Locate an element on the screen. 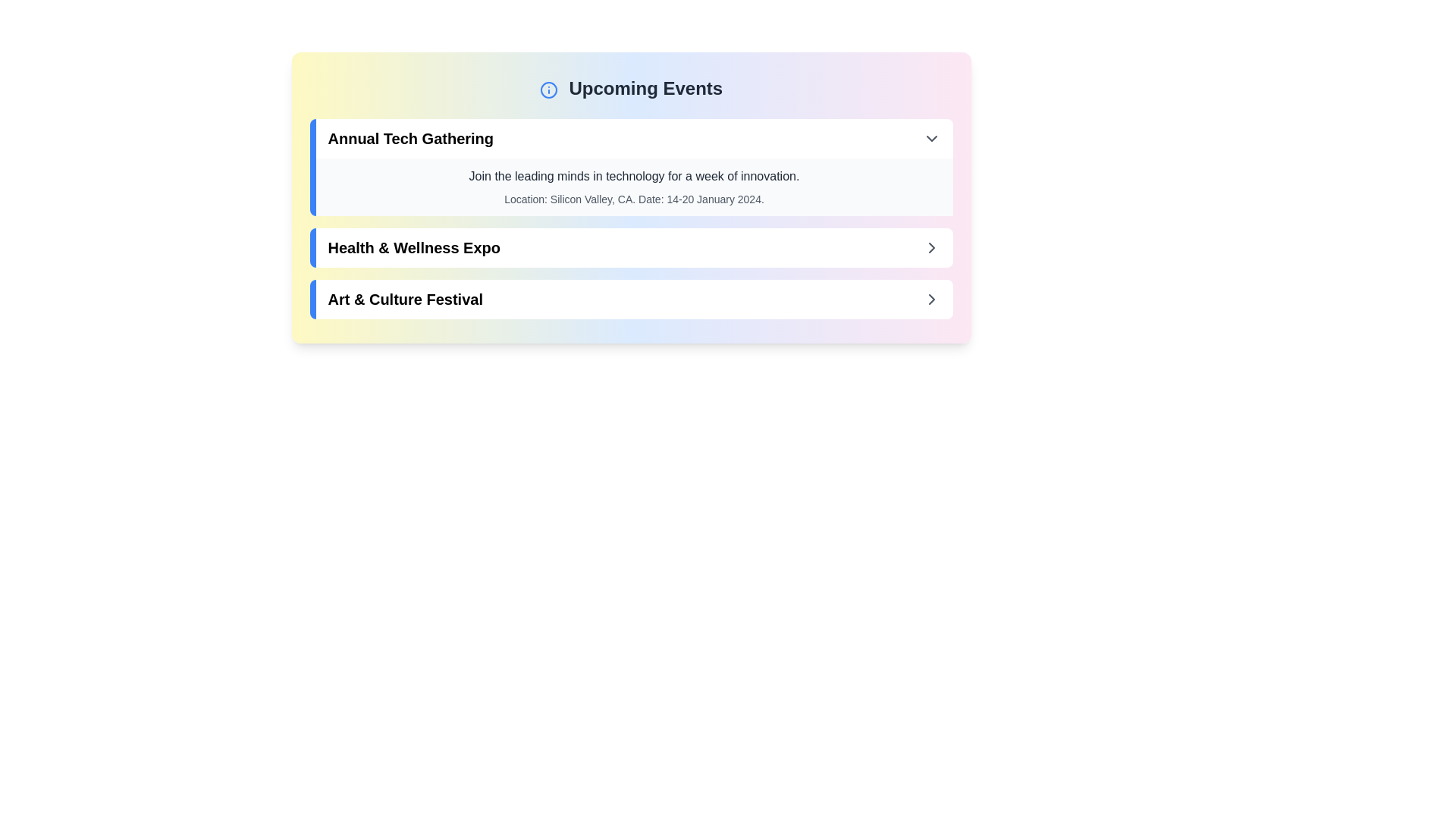  the informational icon located to the left of the 'Upcoming Events' title in the header section of the card layout is located at coordinates (548, 89).